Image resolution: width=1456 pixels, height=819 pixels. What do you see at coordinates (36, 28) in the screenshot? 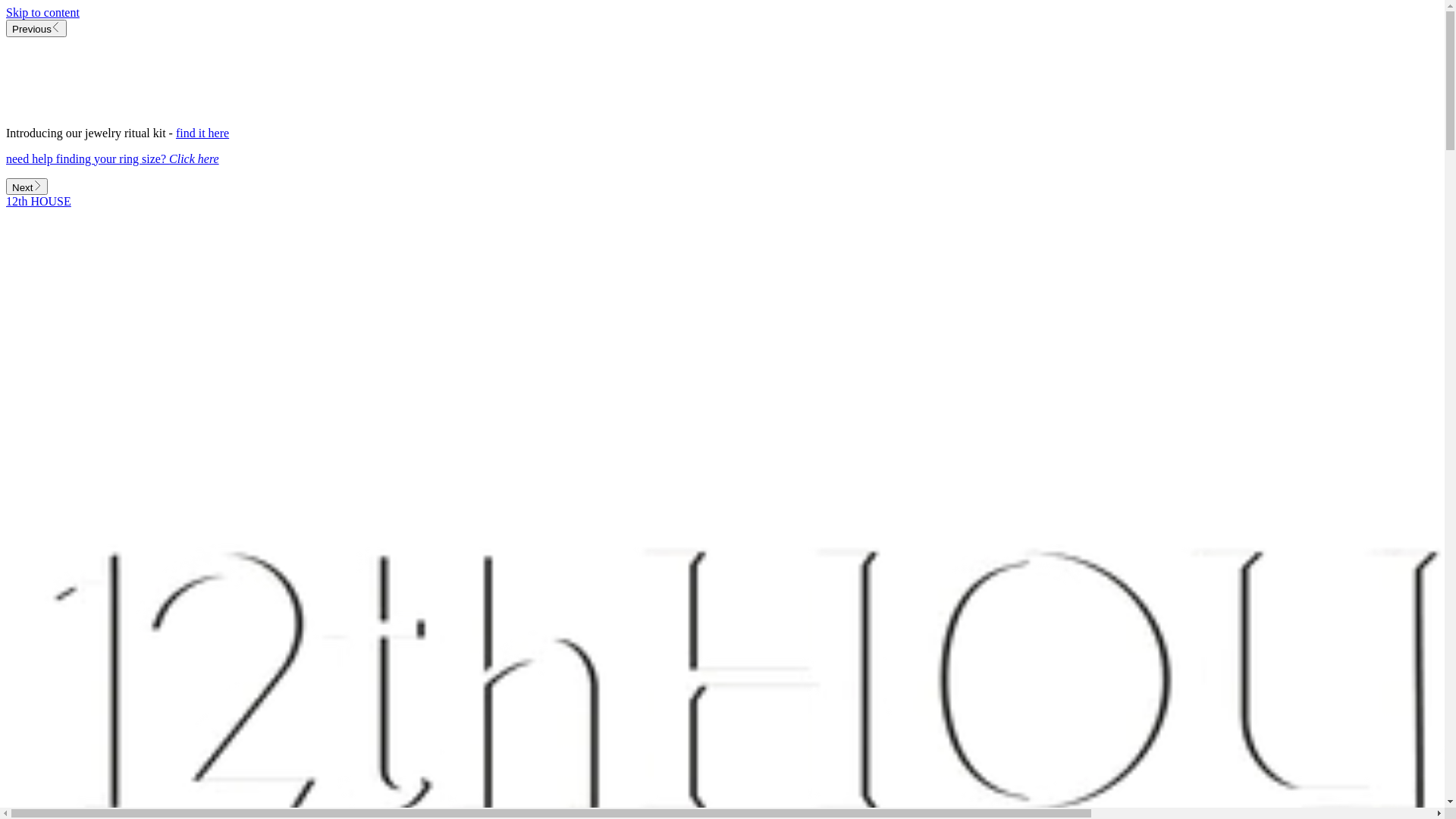
I see `'Previous'` at bounding box center [36, 28].